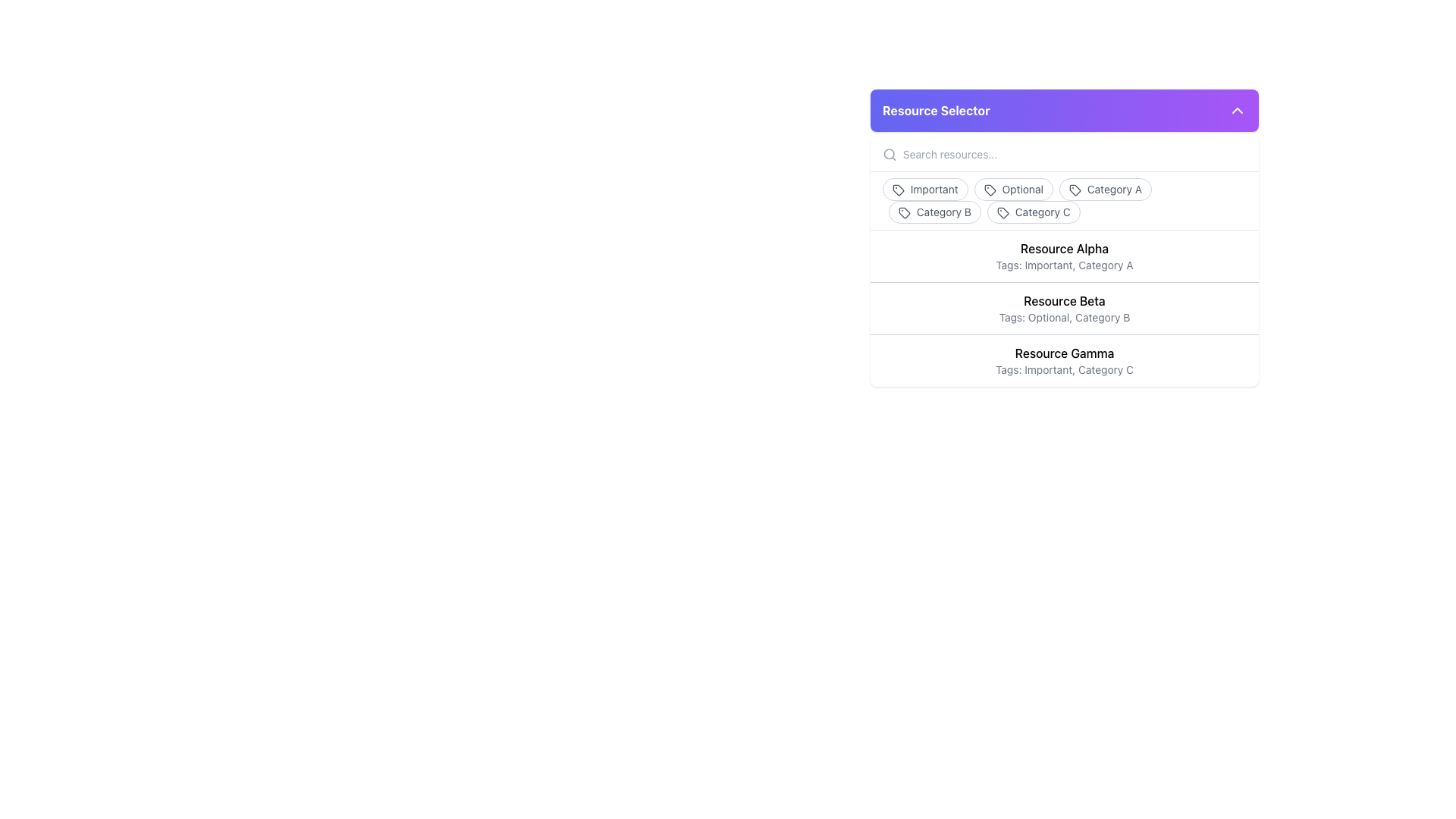 Image resolution: width=1456 pixels, height=819 pixels. I want to click on the modal interface component titled 'Resource Selector', which contains interactive buttons for filtering by tags and a search input with placeholder text 'Search resources...', so click(1063, 237).